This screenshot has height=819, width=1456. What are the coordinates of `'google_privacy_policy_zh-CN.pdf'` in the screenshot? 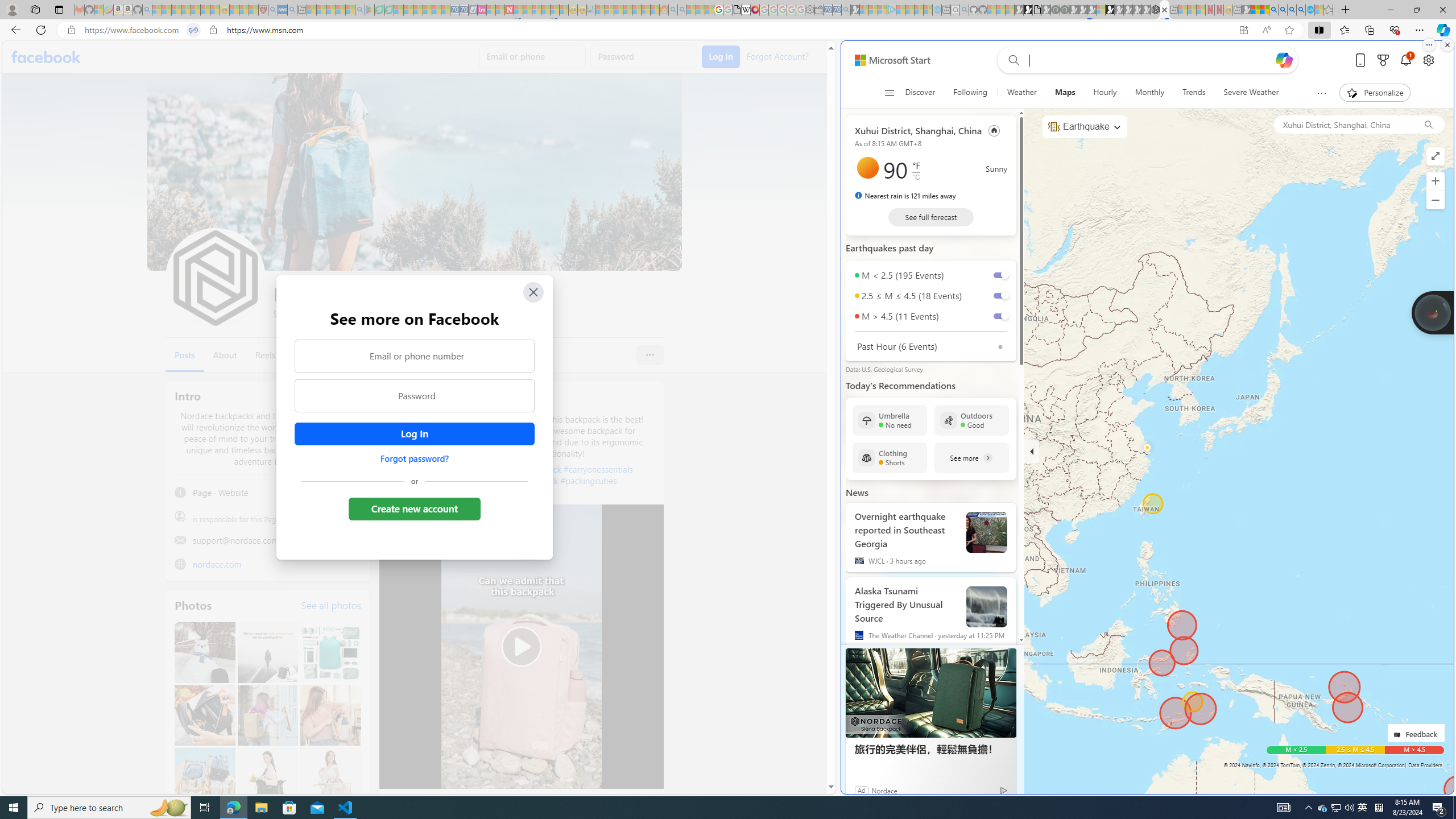 It's located at (737, 9).